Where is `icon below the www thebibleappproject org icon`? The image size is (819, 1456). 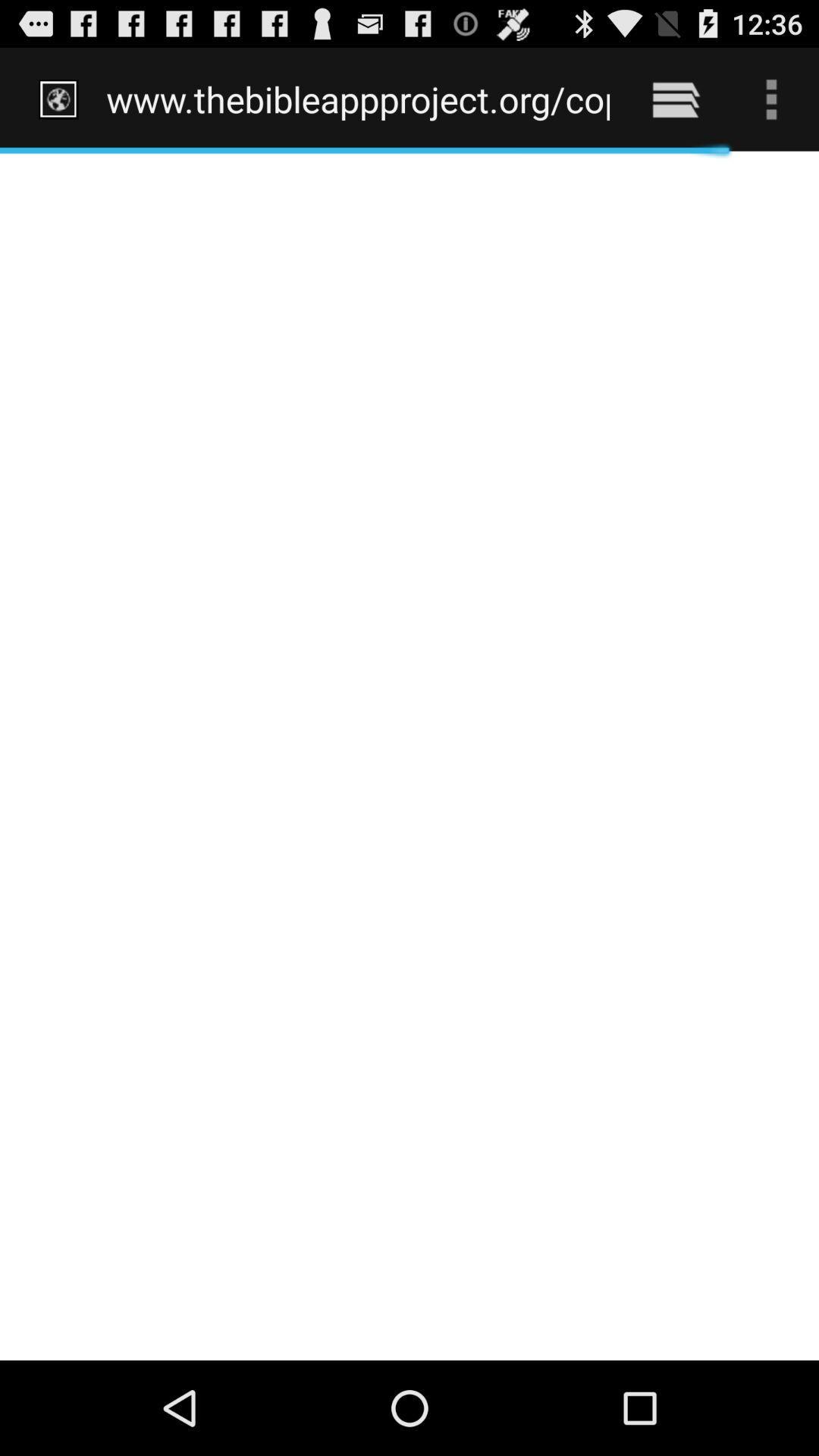
icon below the www thebibleappproject org icon is located at coordinates (409, 755).